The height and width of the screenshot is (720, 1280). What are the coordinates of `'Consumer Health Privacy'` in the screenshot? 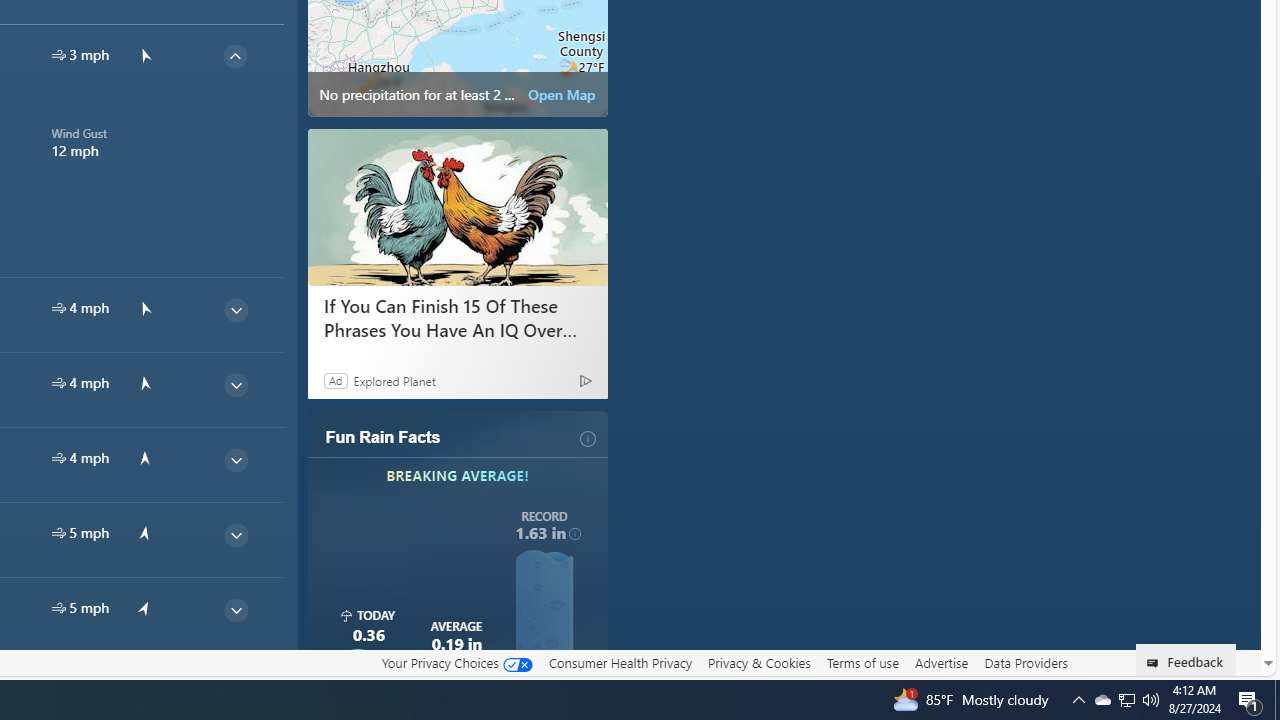 It's located at (619, 662).